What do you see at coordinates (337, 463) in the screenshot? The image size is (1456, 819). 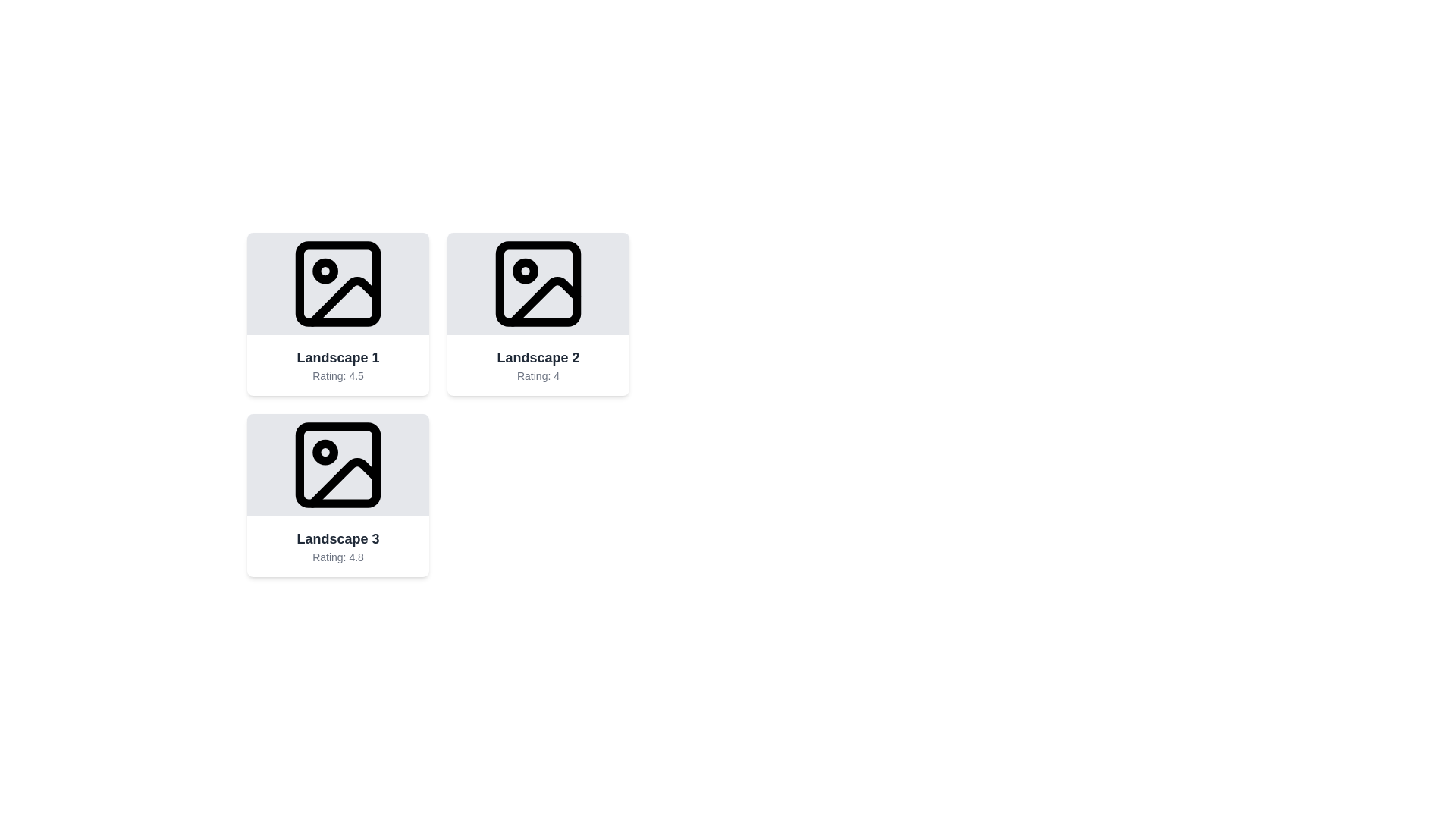 I see `the star icon representing a rating in the card labeled 'Landscape 3 Rating: 4.8'` at bounding box center [337, 463].